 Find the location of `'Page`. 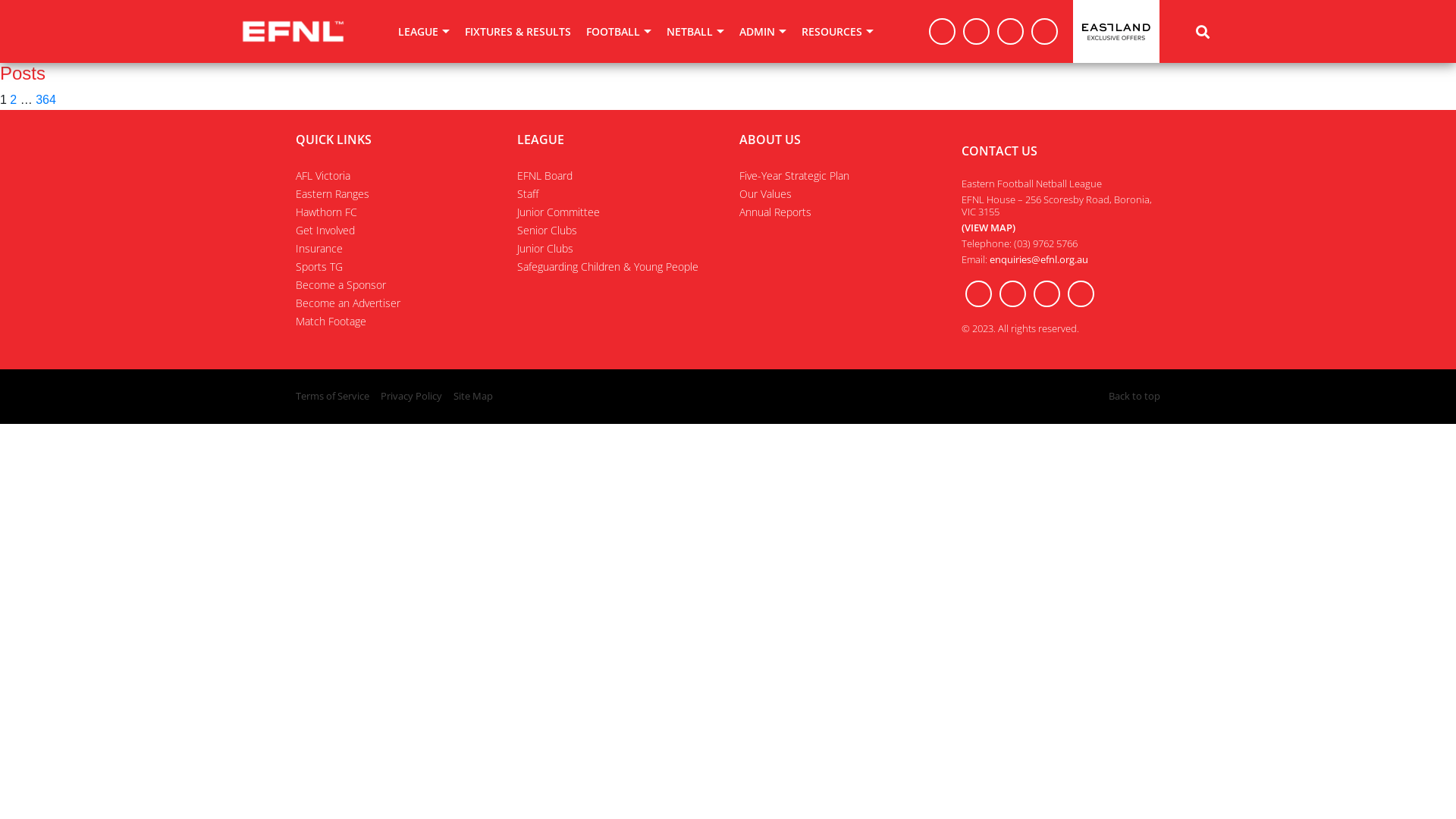

'Page is located at coordinates (13, 99).